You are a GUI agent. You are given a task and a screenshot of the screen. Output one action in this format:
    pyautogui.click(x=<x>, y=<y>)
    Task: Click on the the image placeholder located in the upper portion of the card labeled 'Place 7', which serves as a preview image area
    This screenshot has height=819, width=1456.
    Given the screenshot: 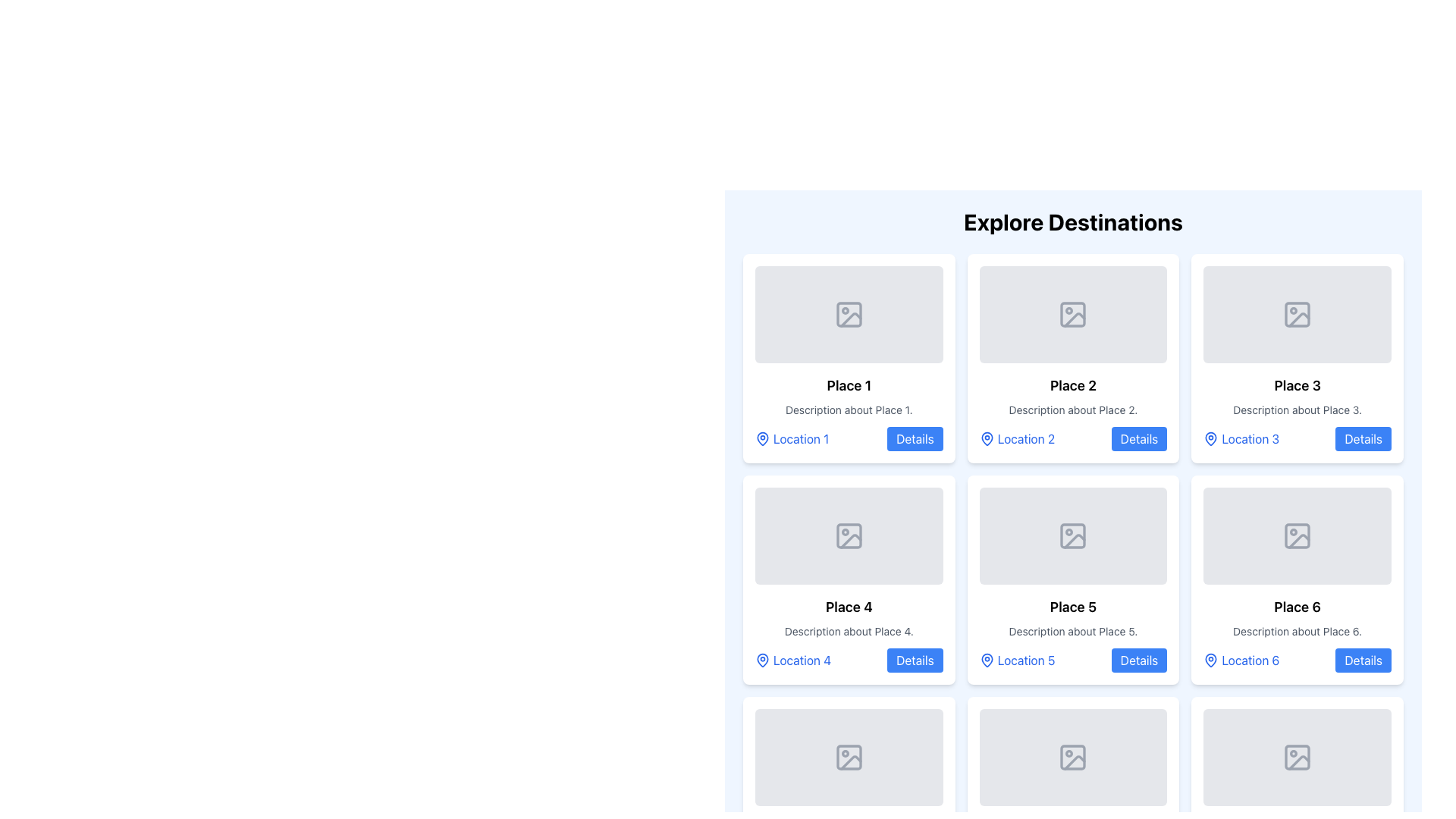 What is the action you would take?
    pyautogui.click(x=848, y=758)
    